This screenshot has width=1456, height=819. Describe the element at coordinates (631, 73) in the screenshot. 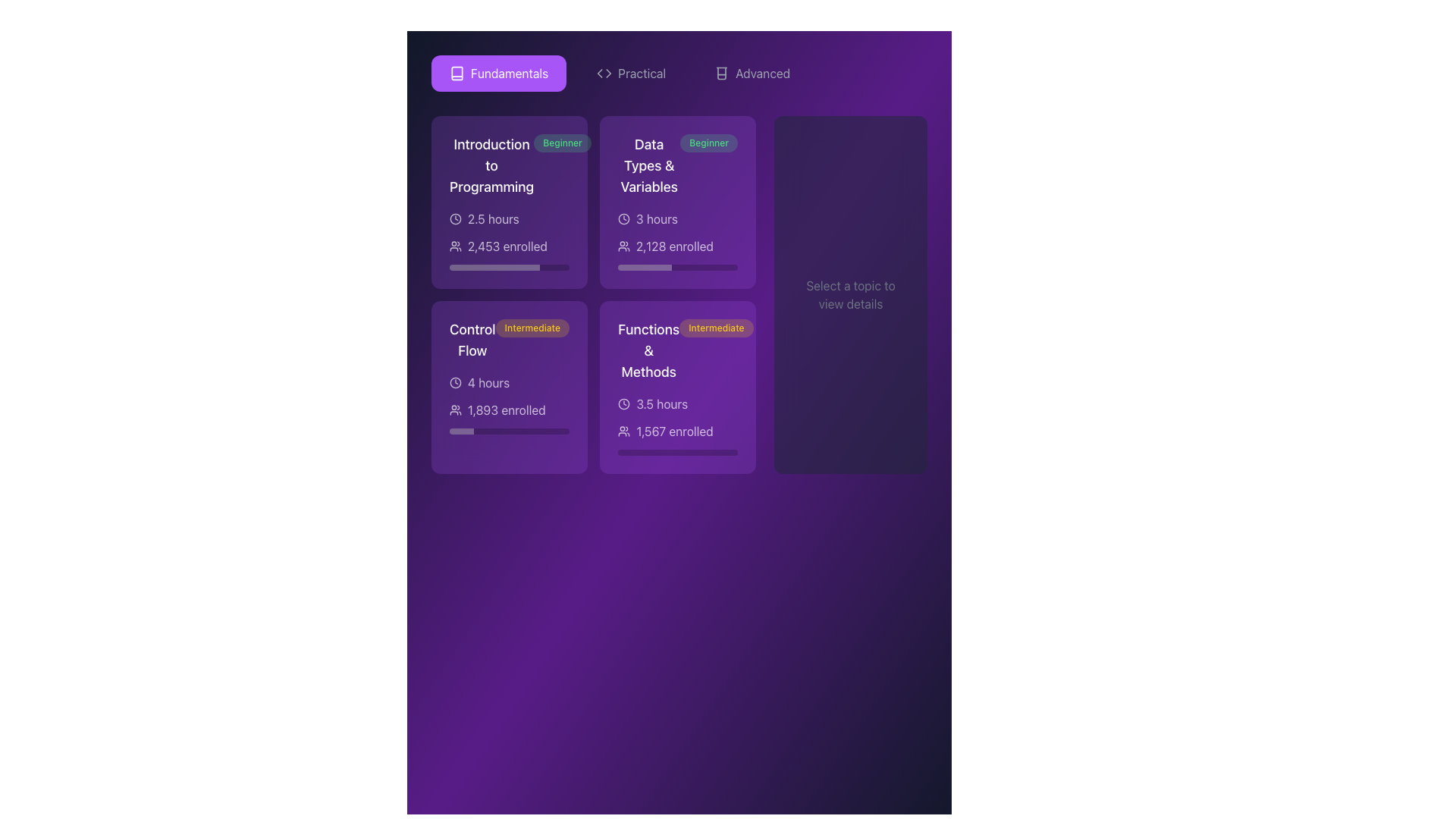

I see `the 'Practical' button in the navigation bar` at that location.